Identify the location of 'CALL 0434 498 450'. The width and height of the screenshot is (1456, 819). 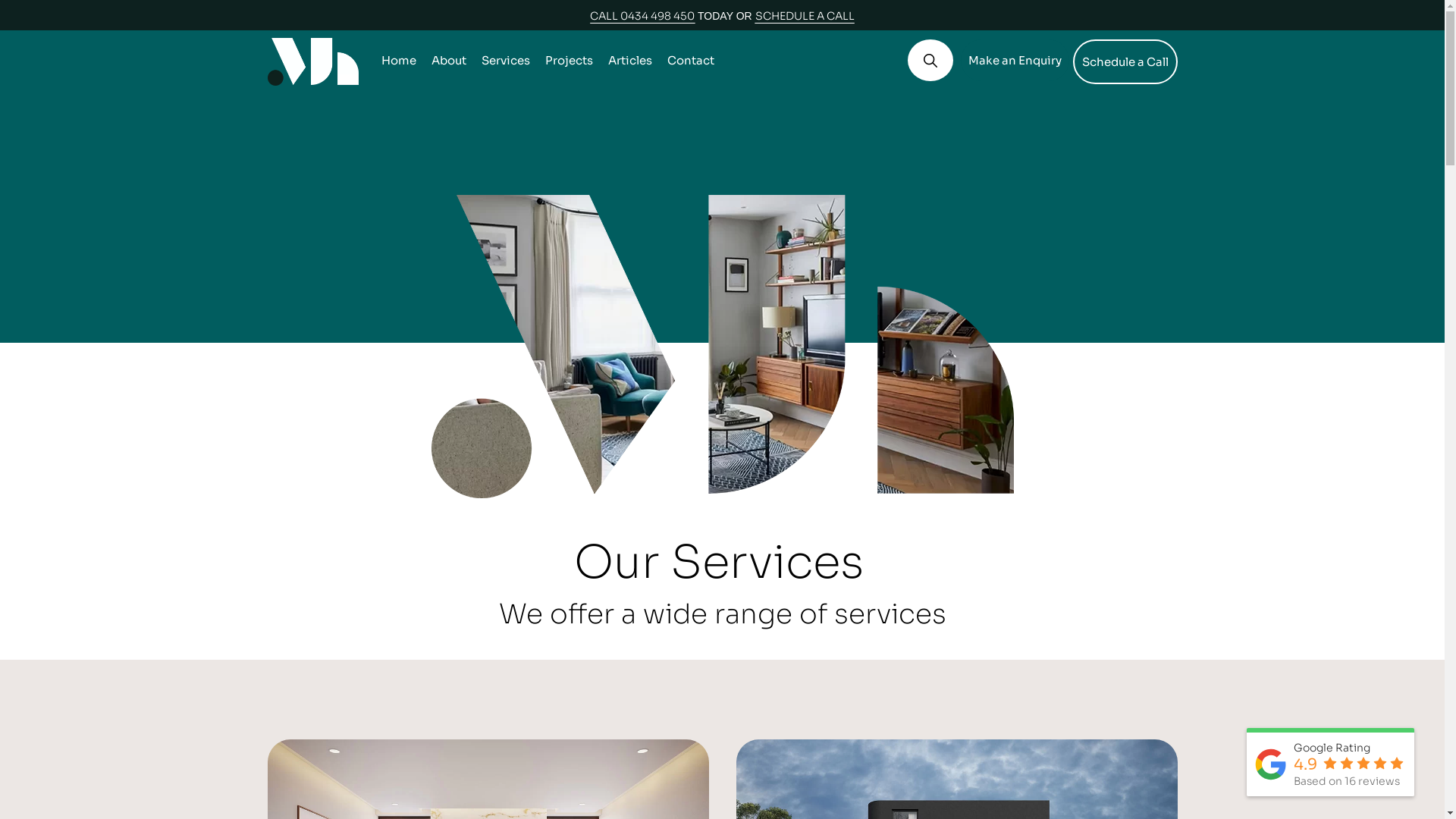
(642, 15).